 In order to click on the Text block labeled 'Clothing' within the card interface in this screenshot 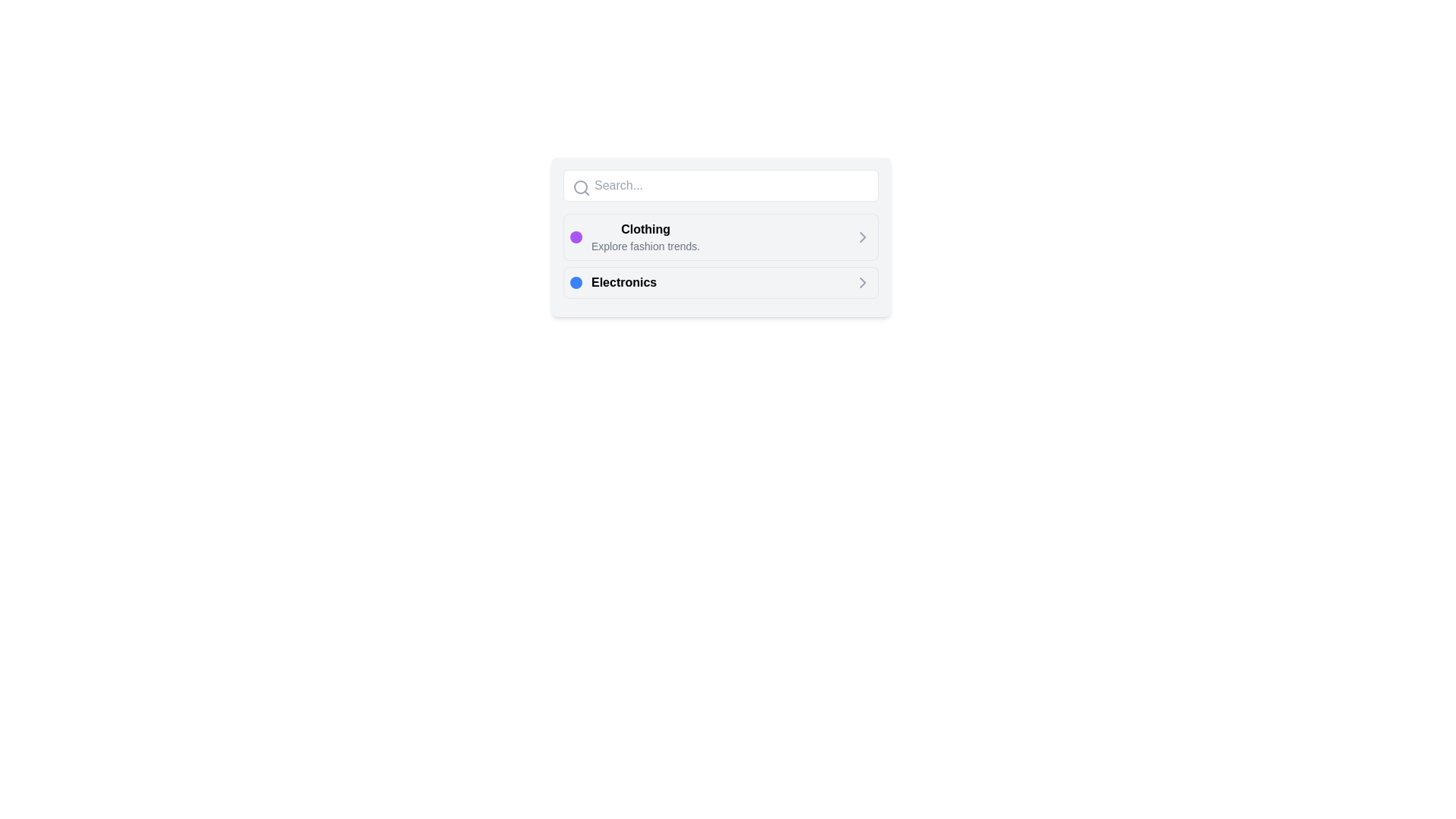, I will do `click(645, 237)`.